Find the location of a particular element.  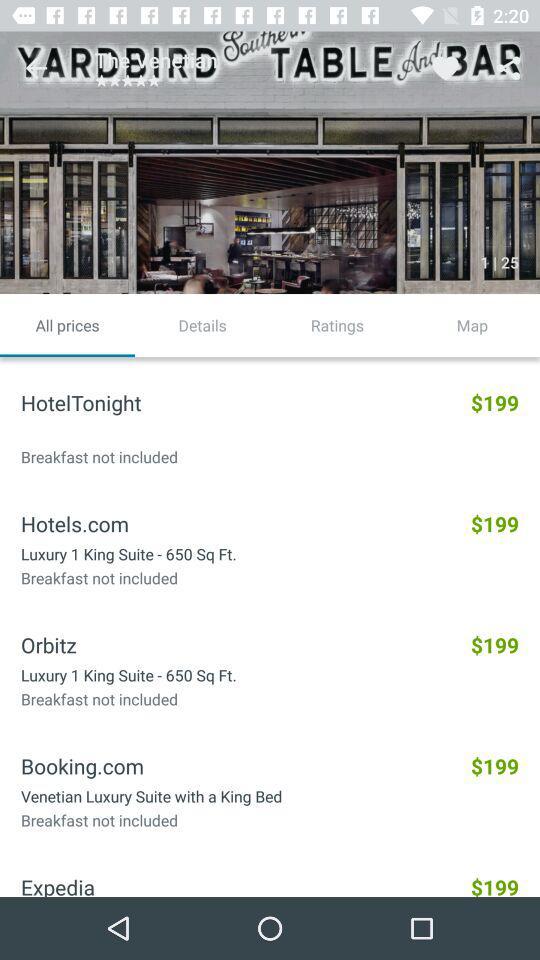

the details item is located at coordinates (202, 325).